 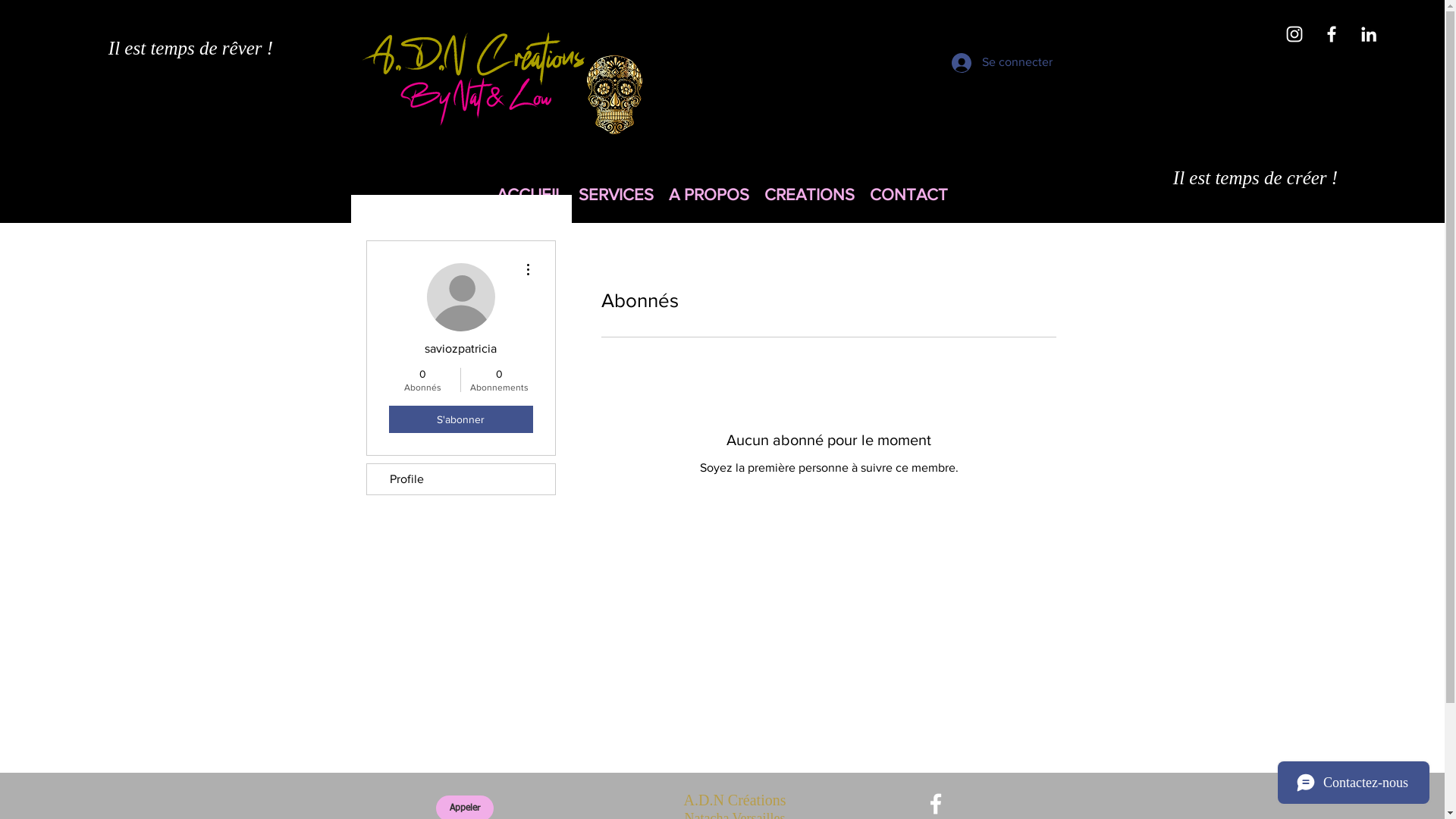 What do you see at coordinates (460, 479) in the screenshot?
I see `'Profile'` at bounding box center [460, 479].